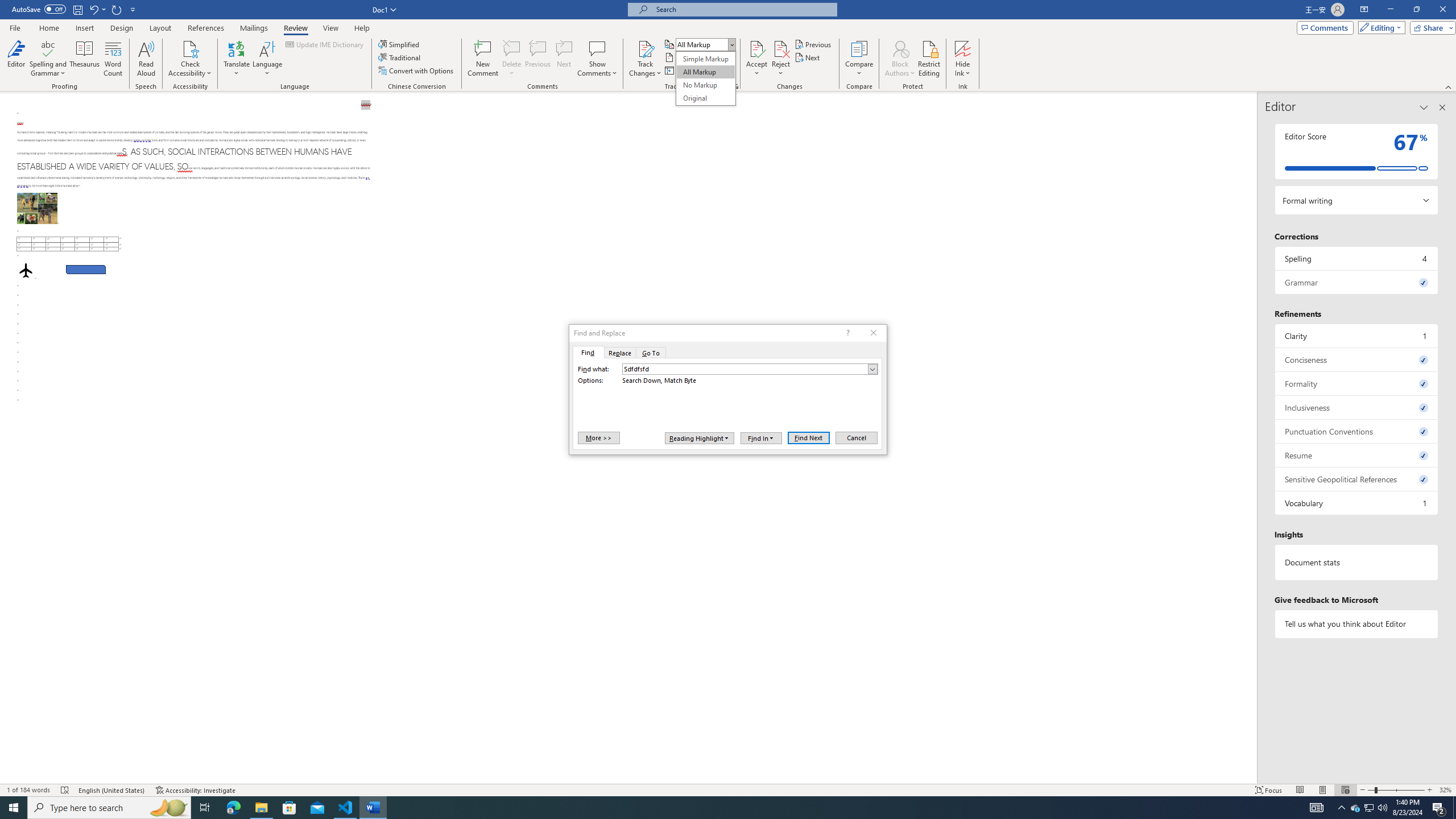  I want to click on '&Display for Review', so click(705, 78).